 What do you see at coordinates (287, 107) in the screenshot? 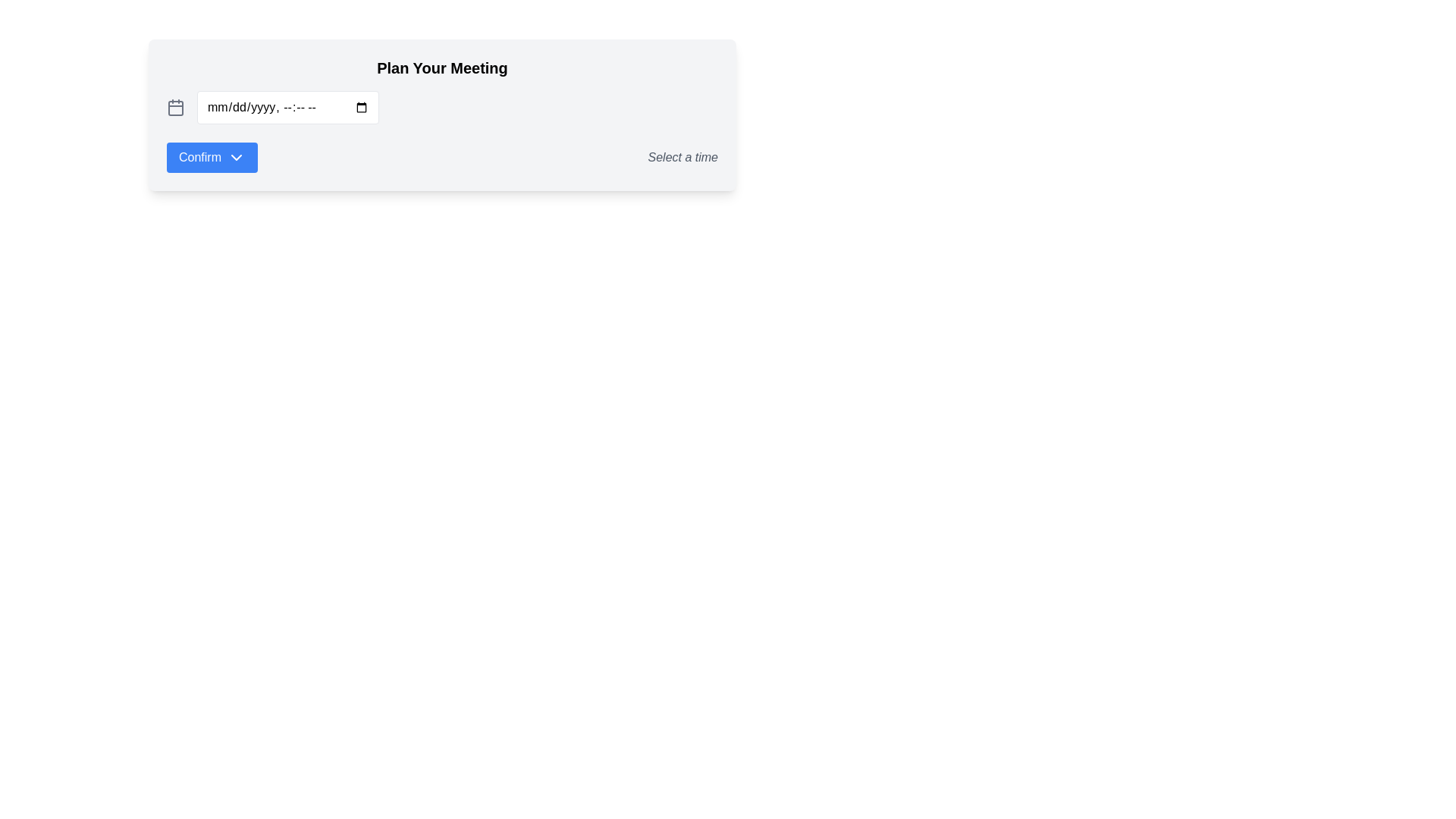
I see `the Datetime-local input field` at bounding box center [287, 107].